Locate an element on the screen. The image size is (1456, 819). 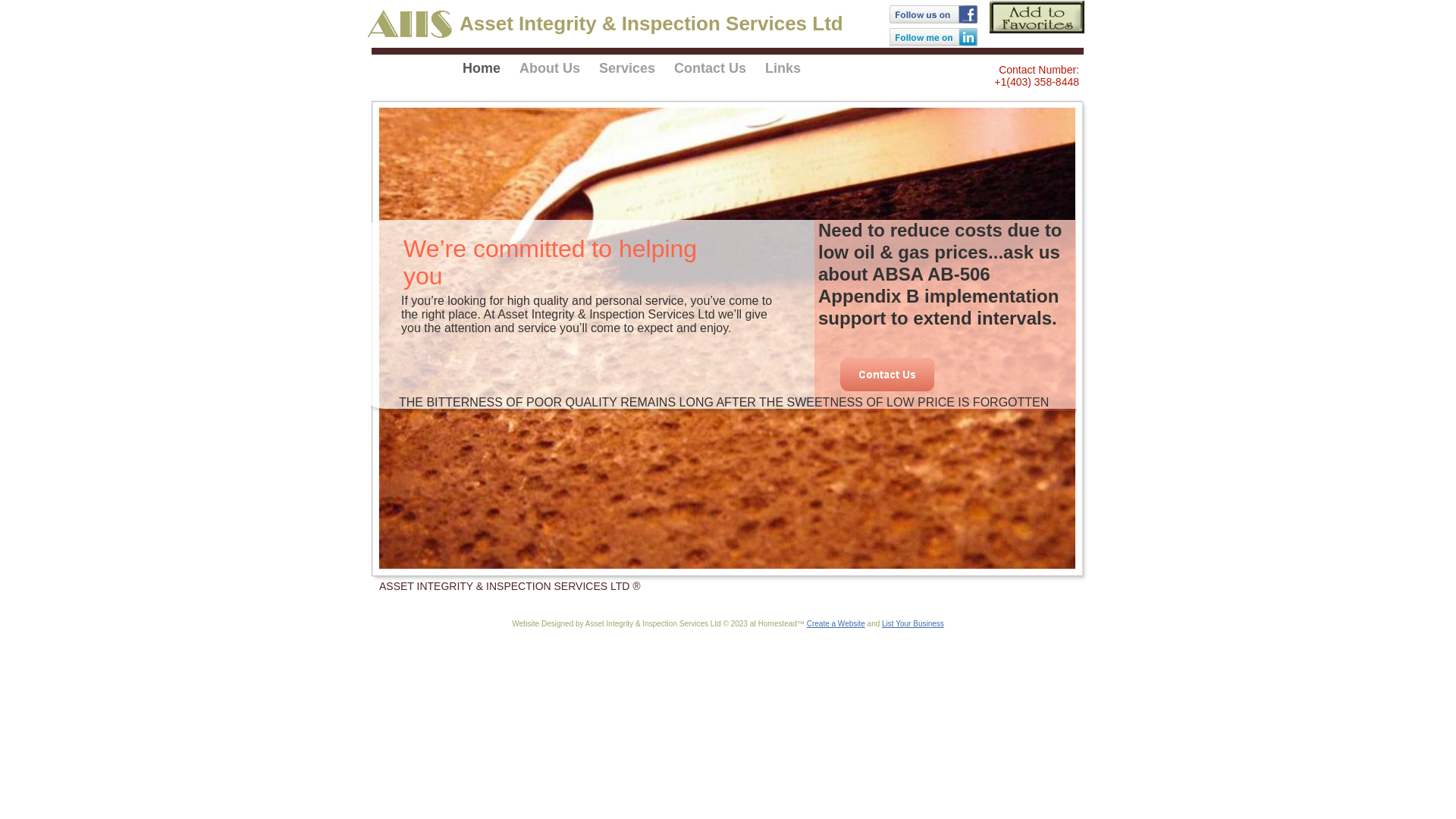
'Create a Website' is located at coordinates (835, 623).